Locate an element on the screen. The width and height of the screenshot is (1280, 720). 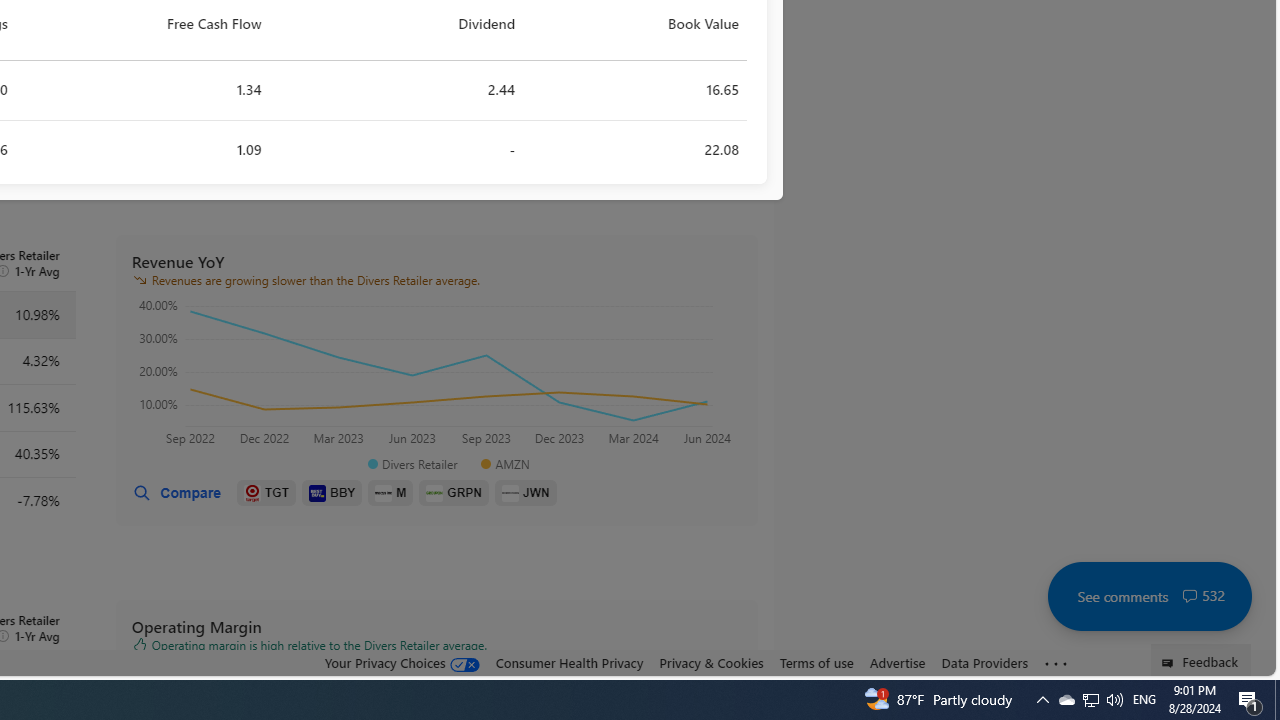
'BBY' is located at coordinates (332, 493).